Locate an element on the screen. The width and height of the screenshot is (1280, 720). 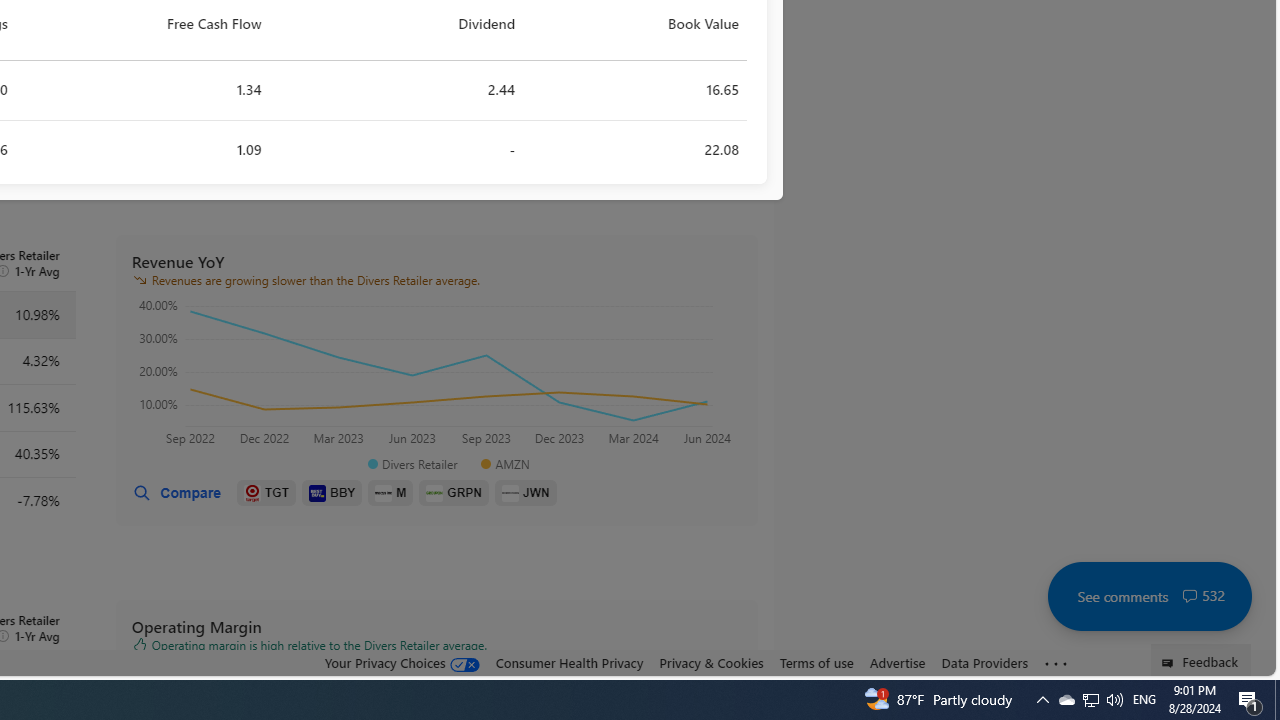
'BBY' is located at coordinates (332, 493).